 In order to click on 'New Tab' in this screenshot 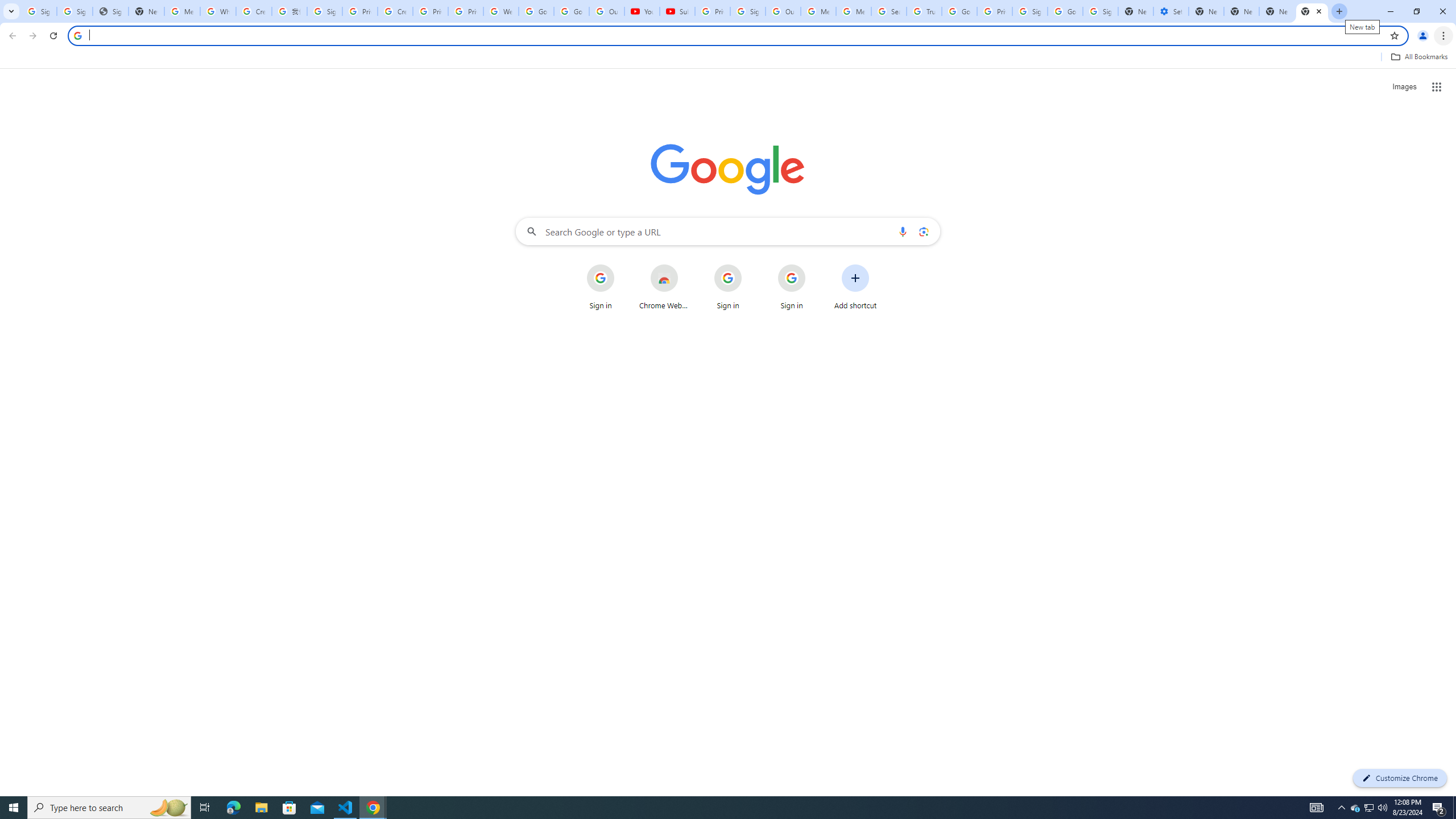, I will do `click(1312, 11)`.